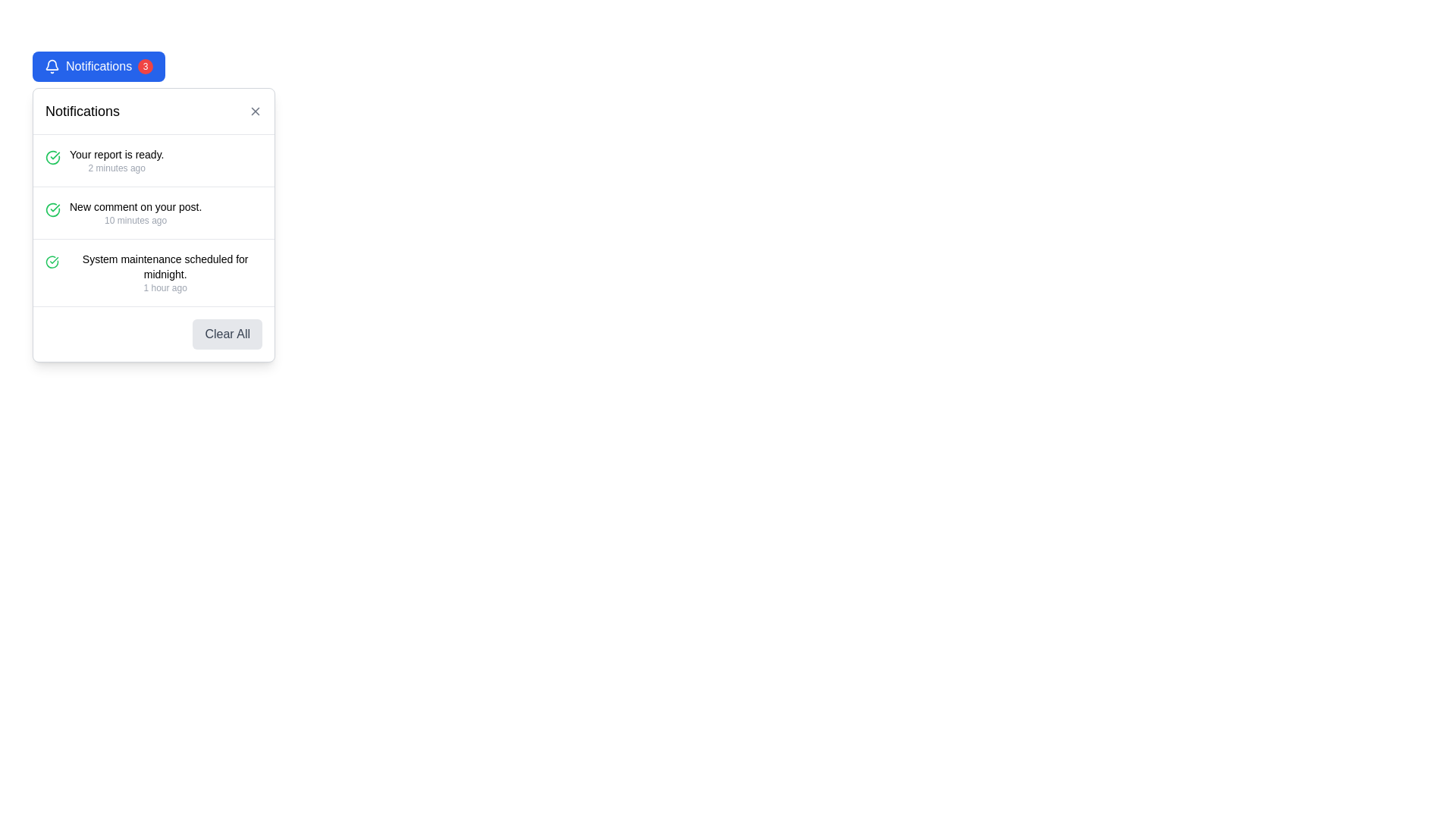 Image resolution: width=1456 pixels, height=819 pixels. Describe the element at coordinates (52, 66) in the screenshot. I see `the bell icon which is styled with a linear, minimalistic design and is located within the 'Notifications' button, before the text and badge indicators` at that location.